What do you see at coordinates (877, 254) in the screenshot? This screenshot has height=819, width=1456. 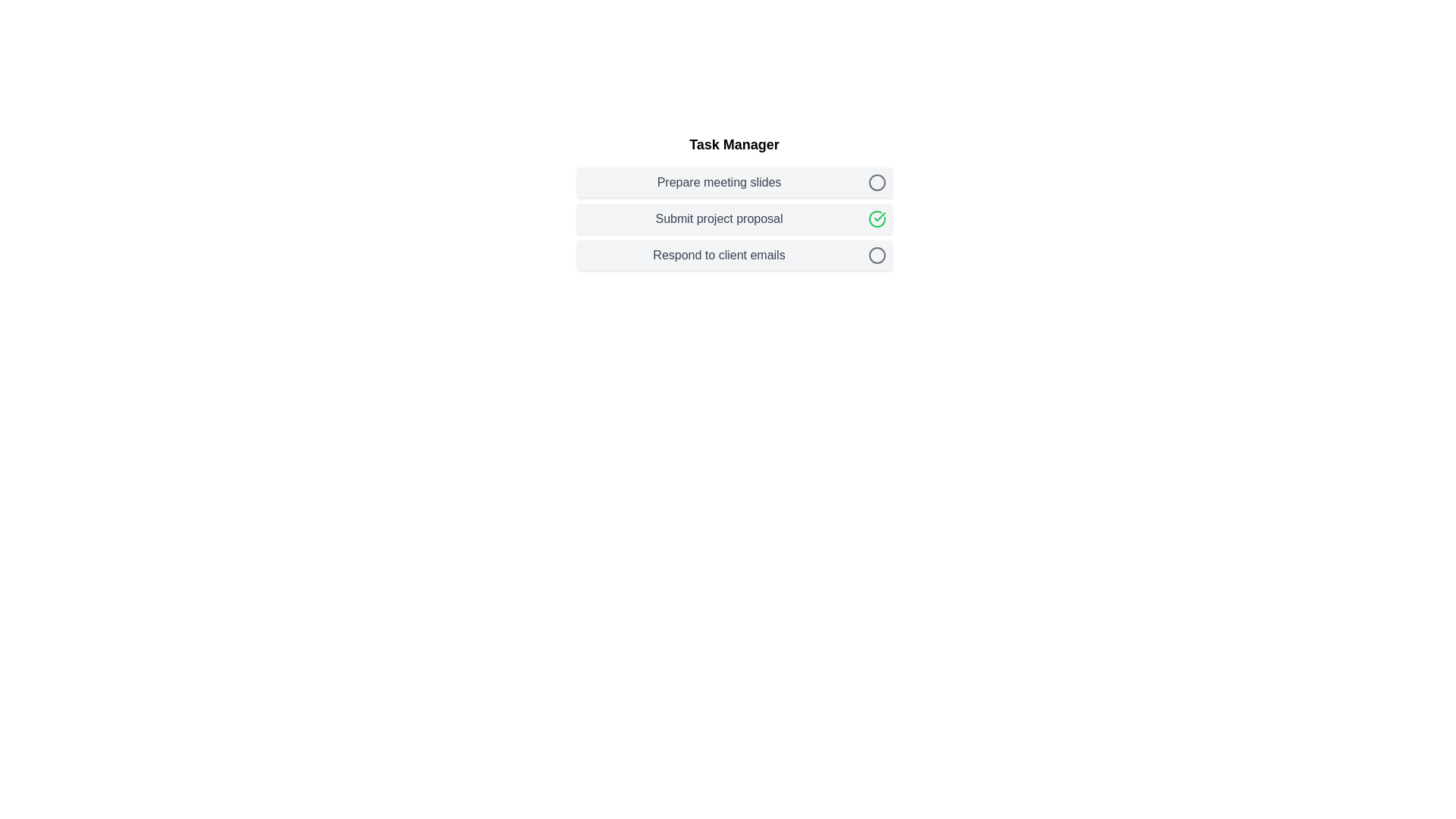 I see `the circular icon button located in the third task row under 'Task Manager', positioned to the far-right of the row labeled 'Respond to client emails'` at bounding box center [877, 254].